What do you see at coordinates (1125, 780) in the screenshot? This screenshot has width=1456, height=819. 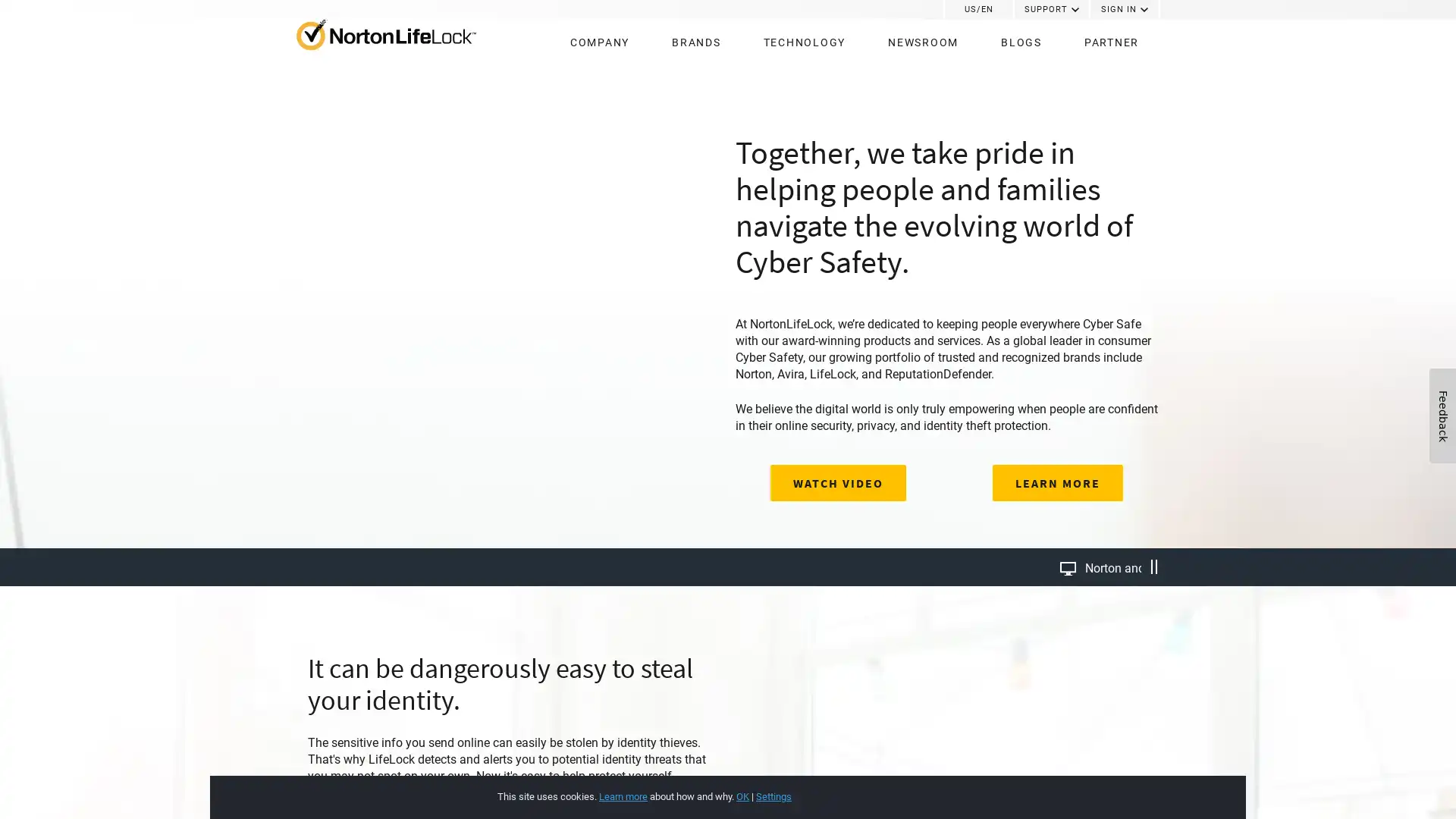 I see `Close consent Widget` at bounding box center [1125, 780].